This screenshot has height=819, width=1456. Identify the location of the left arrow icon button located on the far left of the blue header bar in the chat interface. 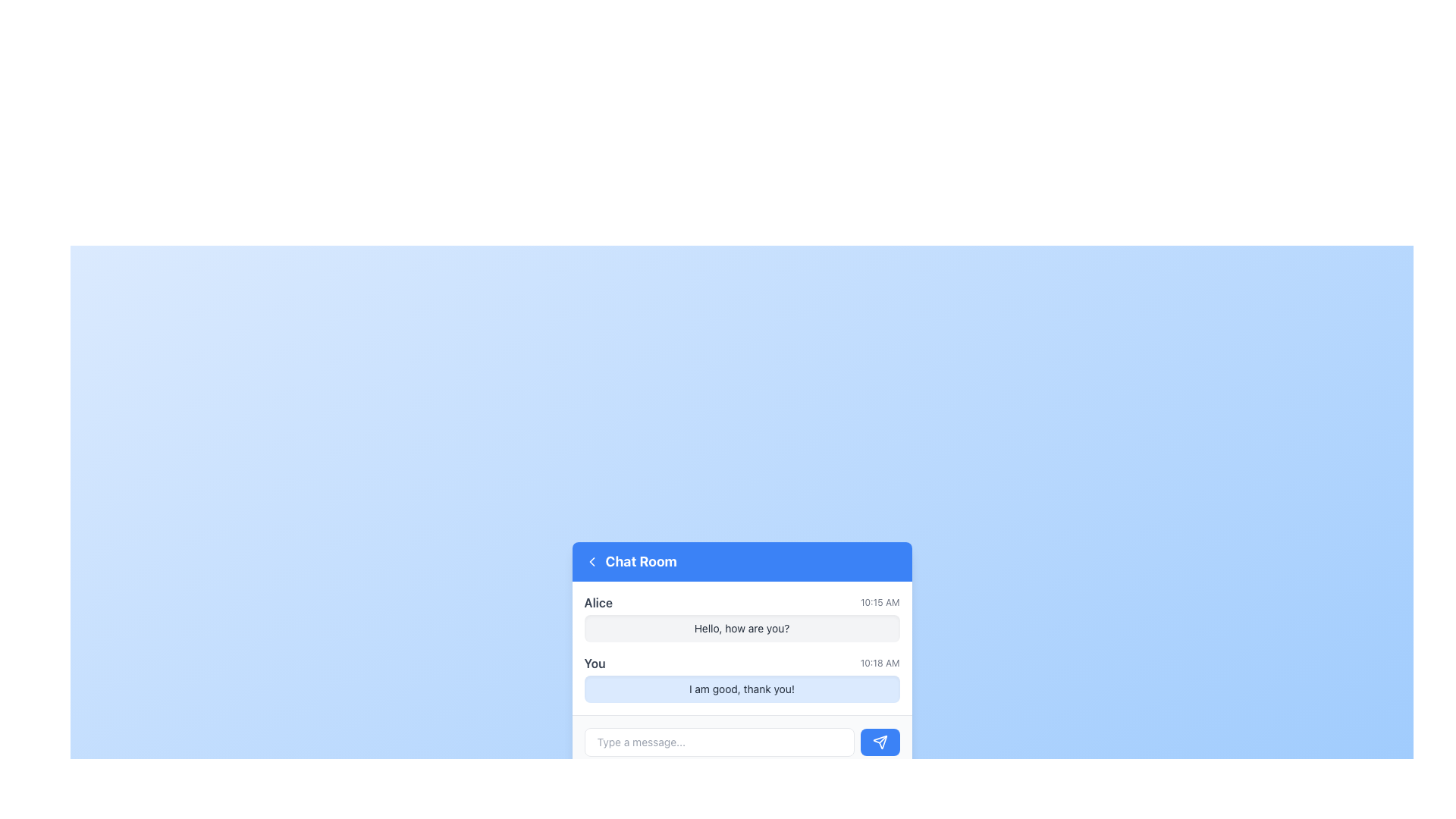
(591, 561).